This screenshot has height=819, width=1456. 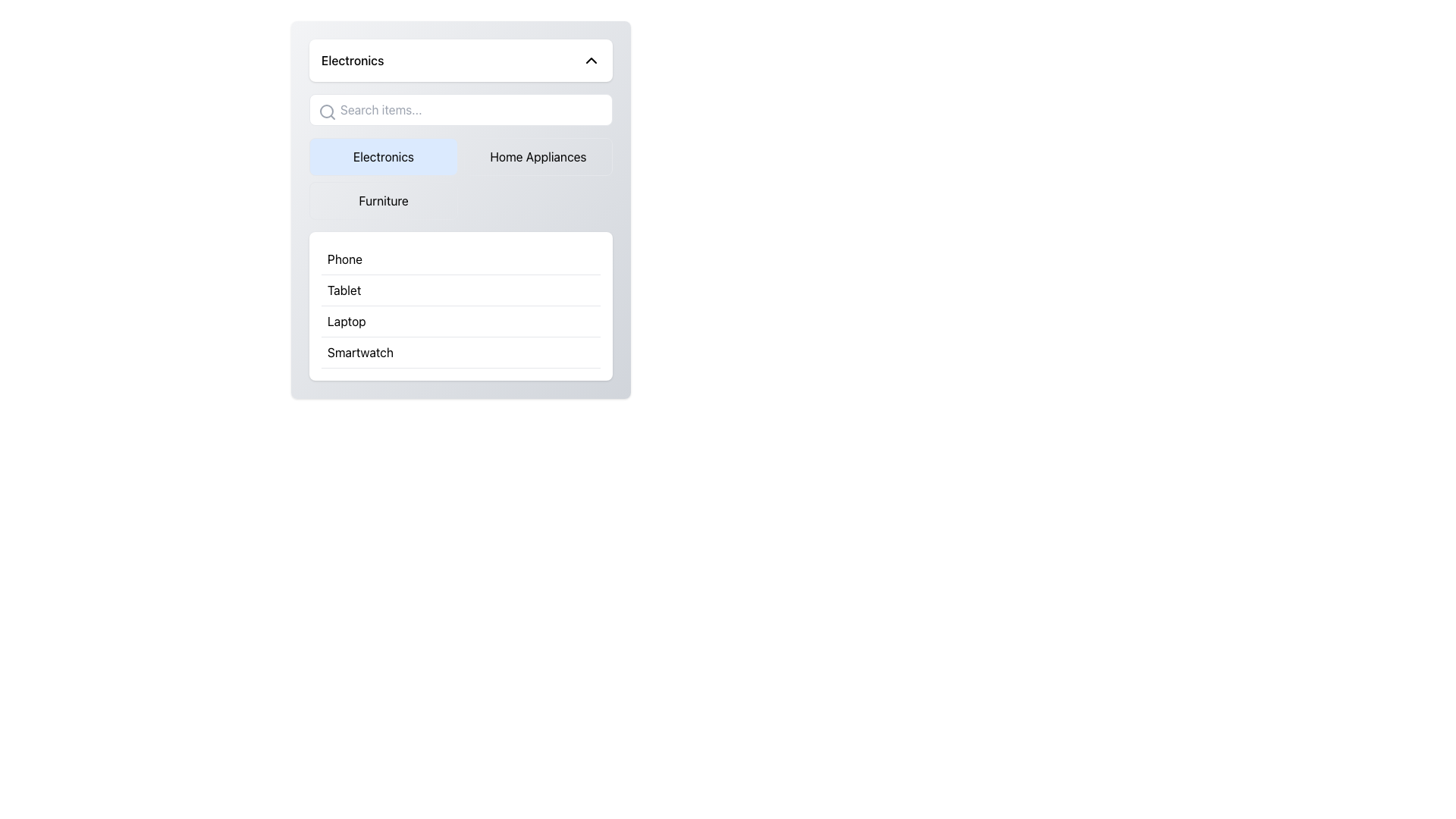 What do you see at coordinates (383, 157) in the screenshot?
I see `the 'Electronics' button` at bounding box center [383, 157].